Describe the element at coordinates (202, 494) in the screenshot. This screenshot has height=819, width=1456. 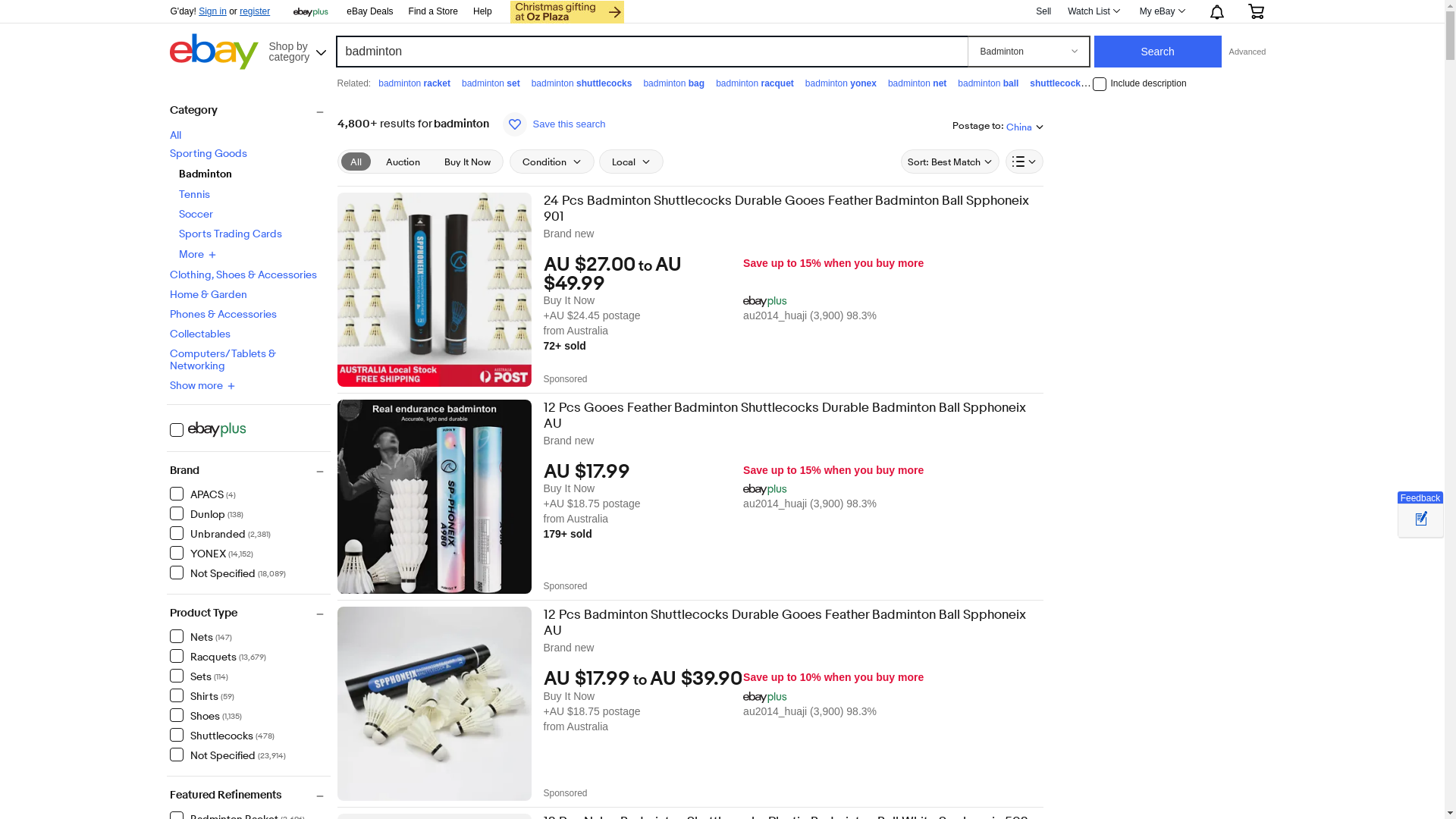
I see `'APACS` at that location.